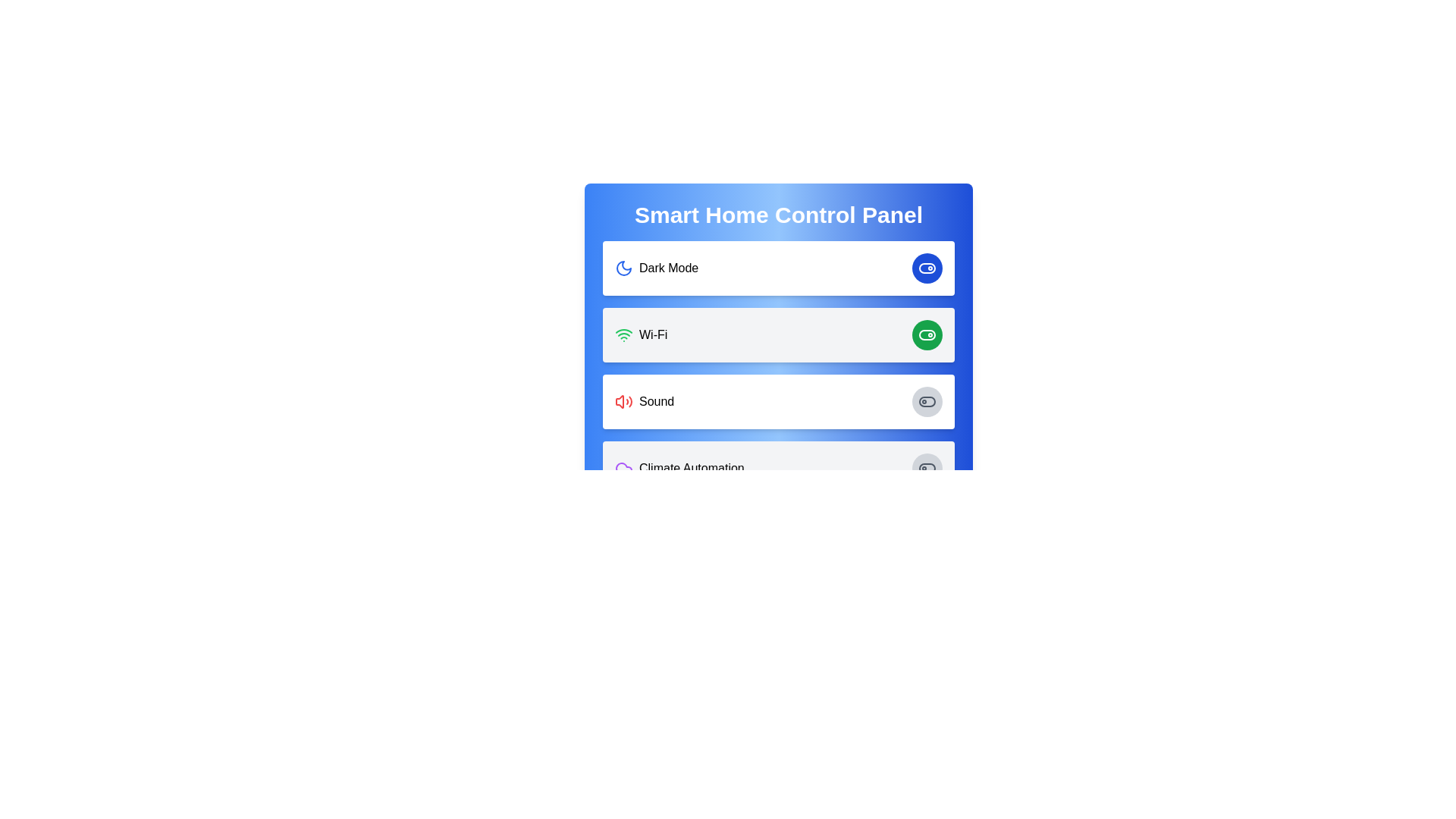 Image resolution: width=1456 pixels, height=819 pixels. Describe the element at coordinates (679, 467) in the screenshot. I see `the 'Climate Automation' label with the cloud icon, which is located on the right-hand side of the Smart Home Control Panel, beneath the 'Sound' row` at that location.